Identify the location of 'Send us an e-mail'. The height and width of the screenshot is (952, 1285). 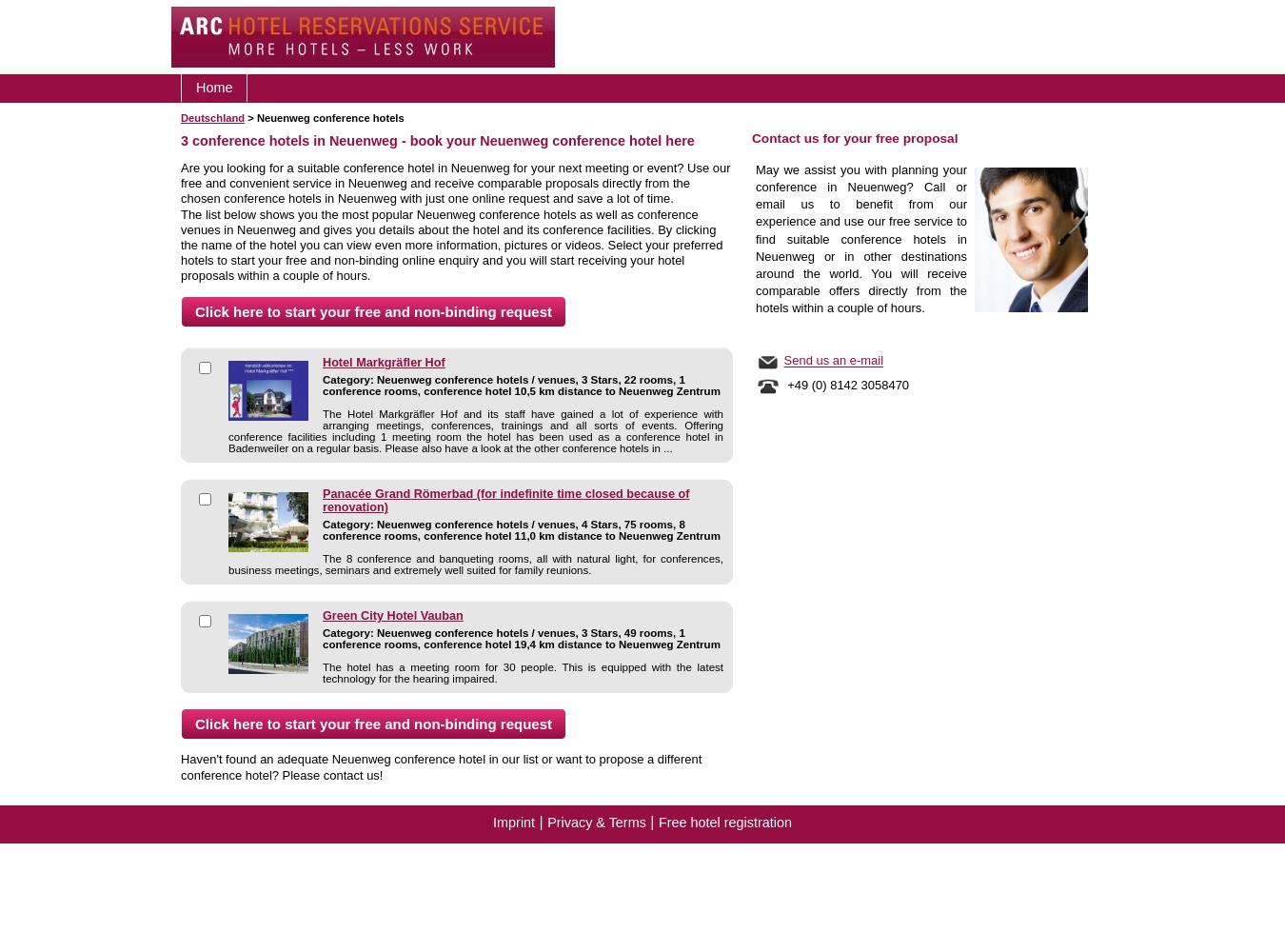
(833, 360).